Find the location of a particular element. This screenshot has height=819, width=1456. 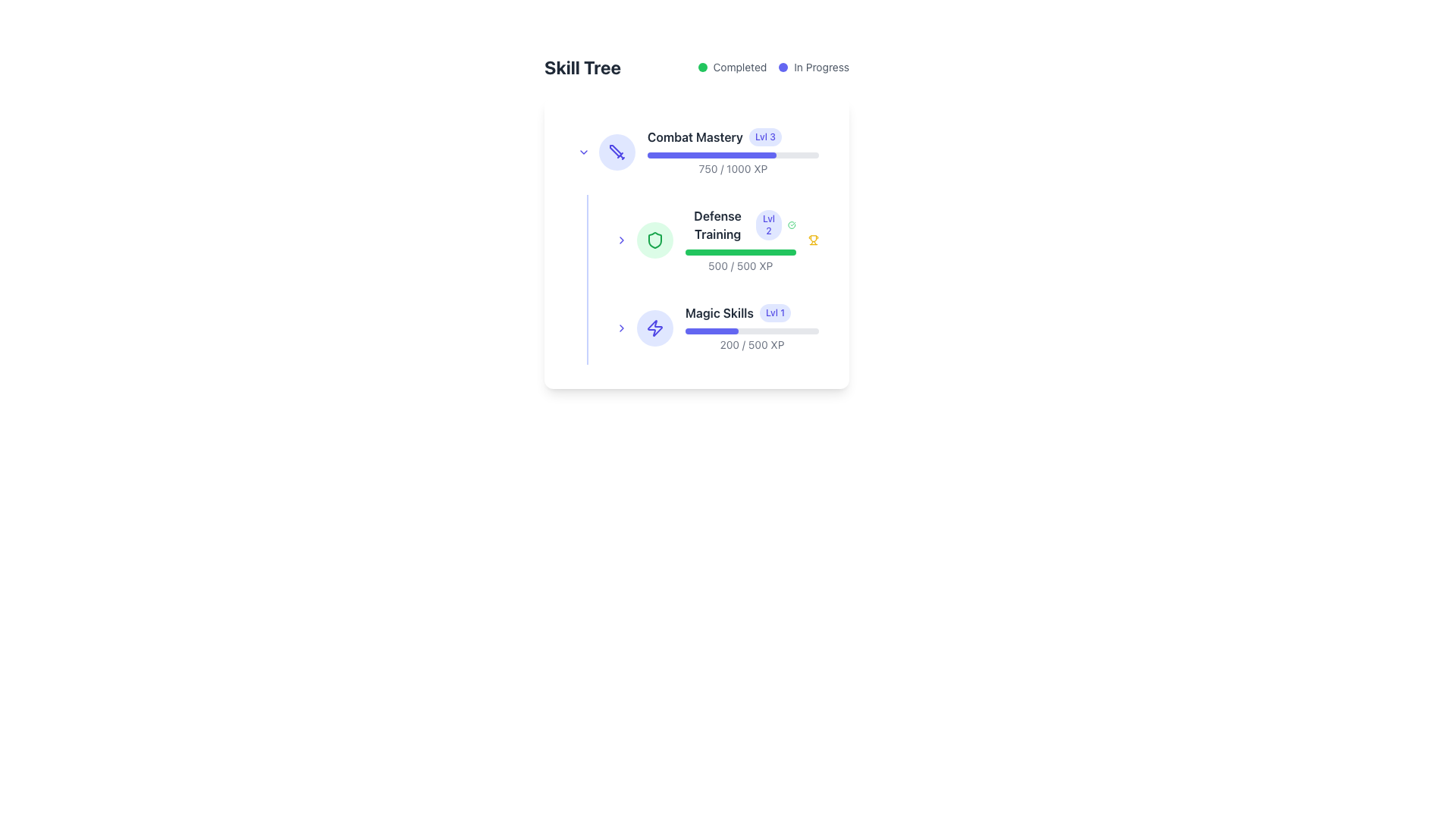

the skill overview element displaying the name and level of a skill, located below 'Defense Training Lvl 2' and above the progress bar in the skill tree interface is located at coordinates (752, 312).